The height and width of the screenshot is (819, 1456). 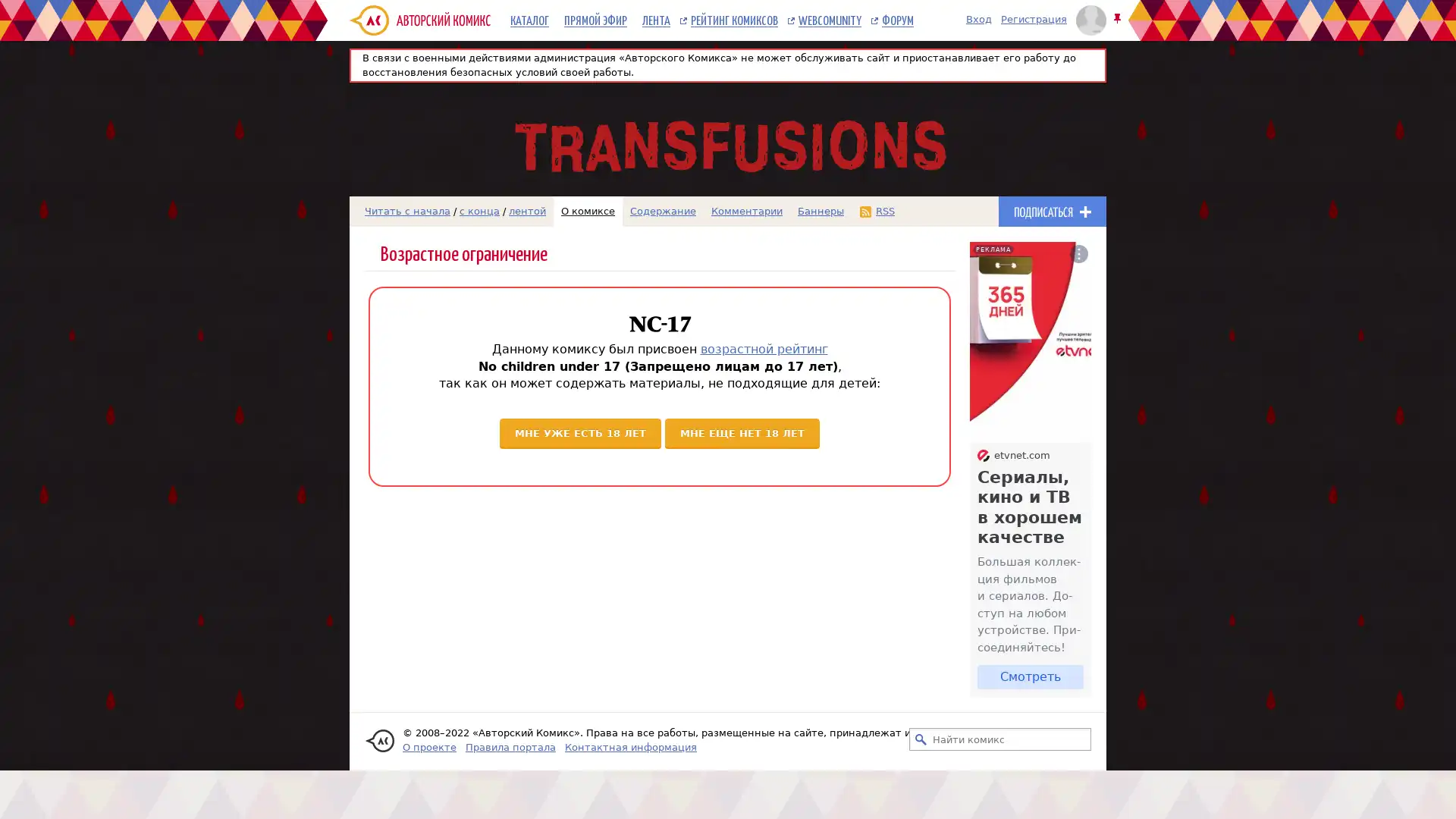 What do you see at coordinates (579, 432) in the screenshot?
I see `18` at bounding box center [579, 432].